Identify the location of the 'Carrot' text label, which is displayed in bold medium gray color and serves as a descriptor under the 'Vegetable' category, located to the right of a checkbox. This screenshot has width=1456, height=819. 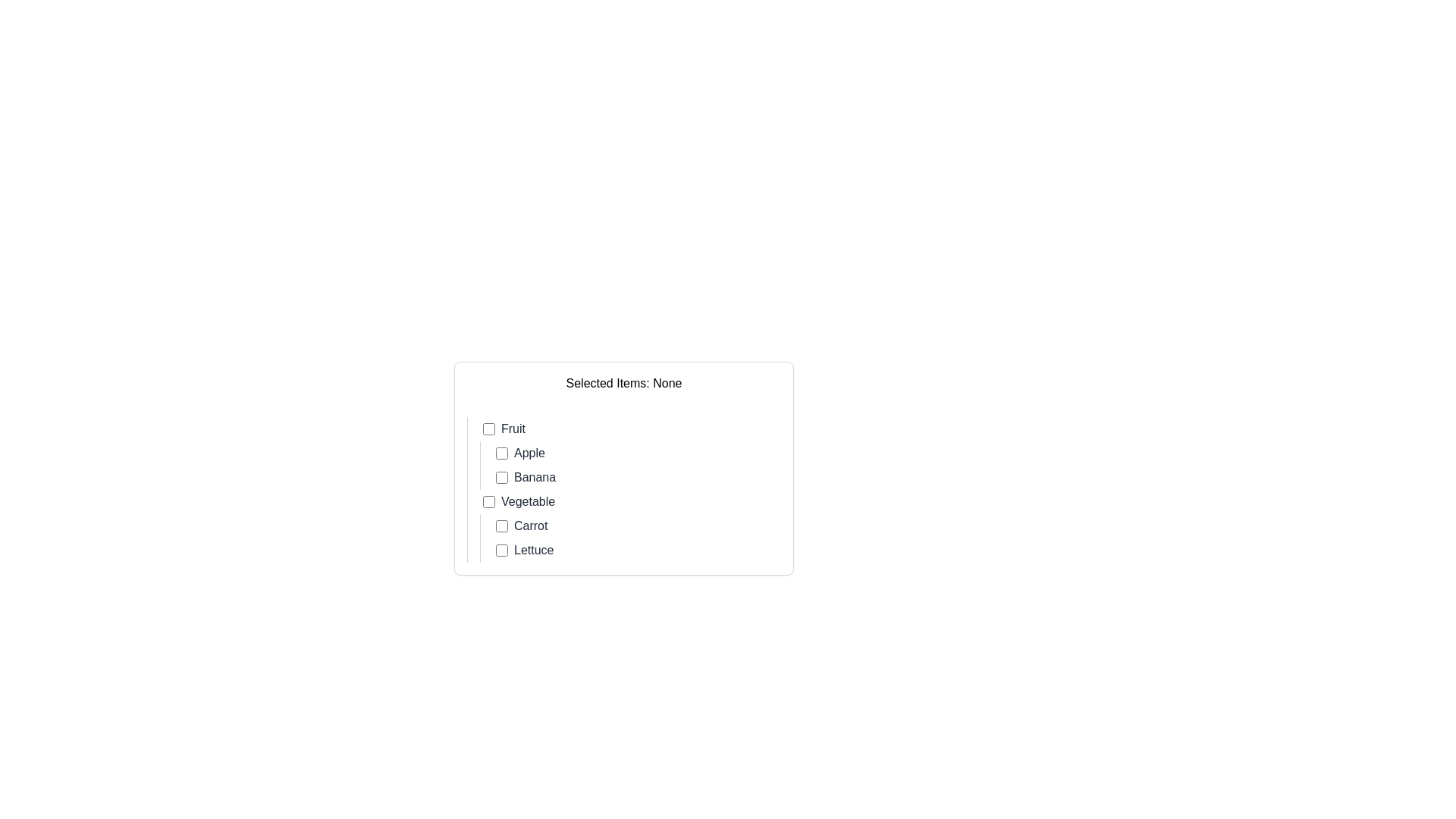
(531, 526).